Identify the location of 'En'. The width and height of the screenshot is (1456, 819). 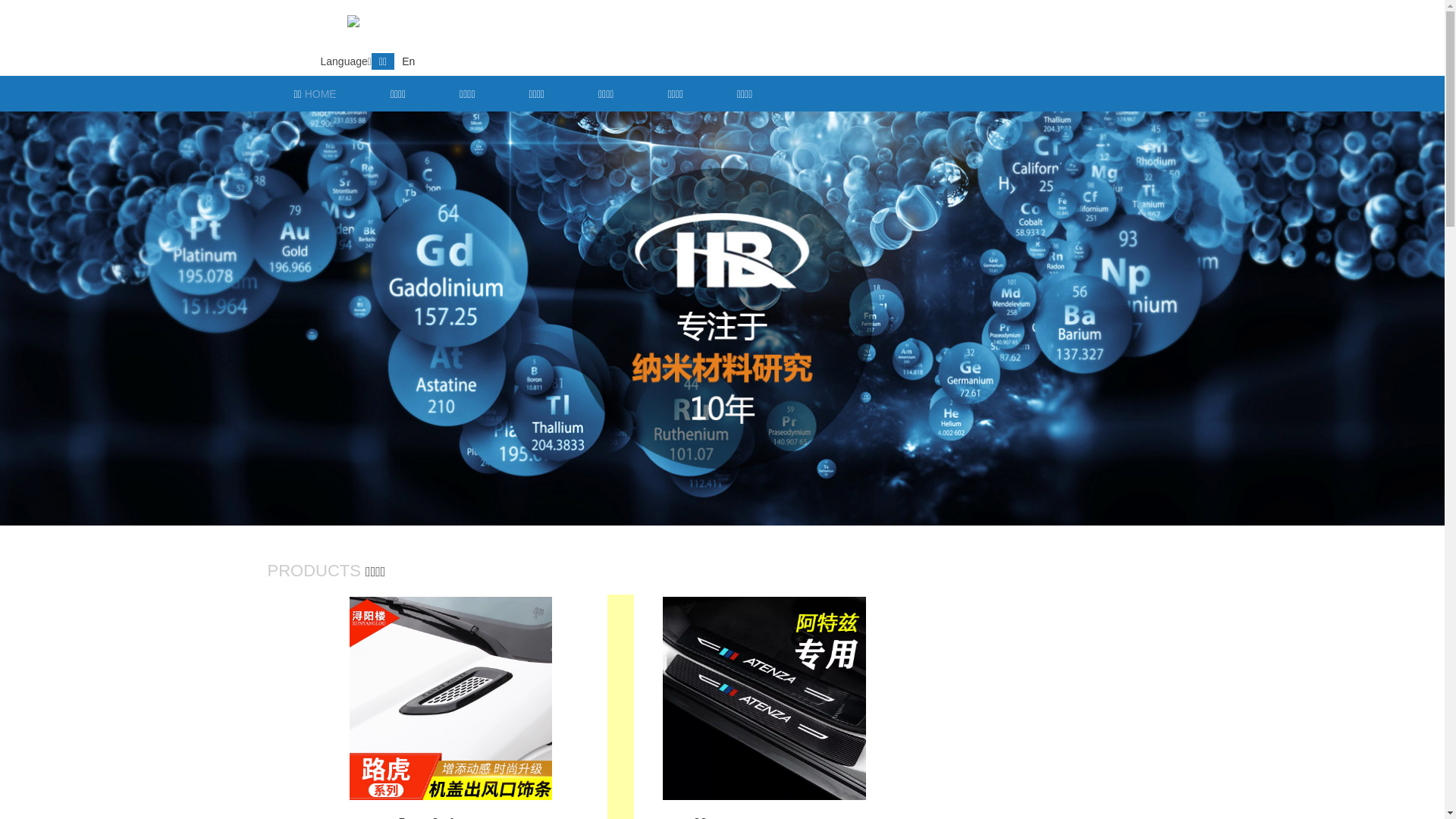
(408, 61).